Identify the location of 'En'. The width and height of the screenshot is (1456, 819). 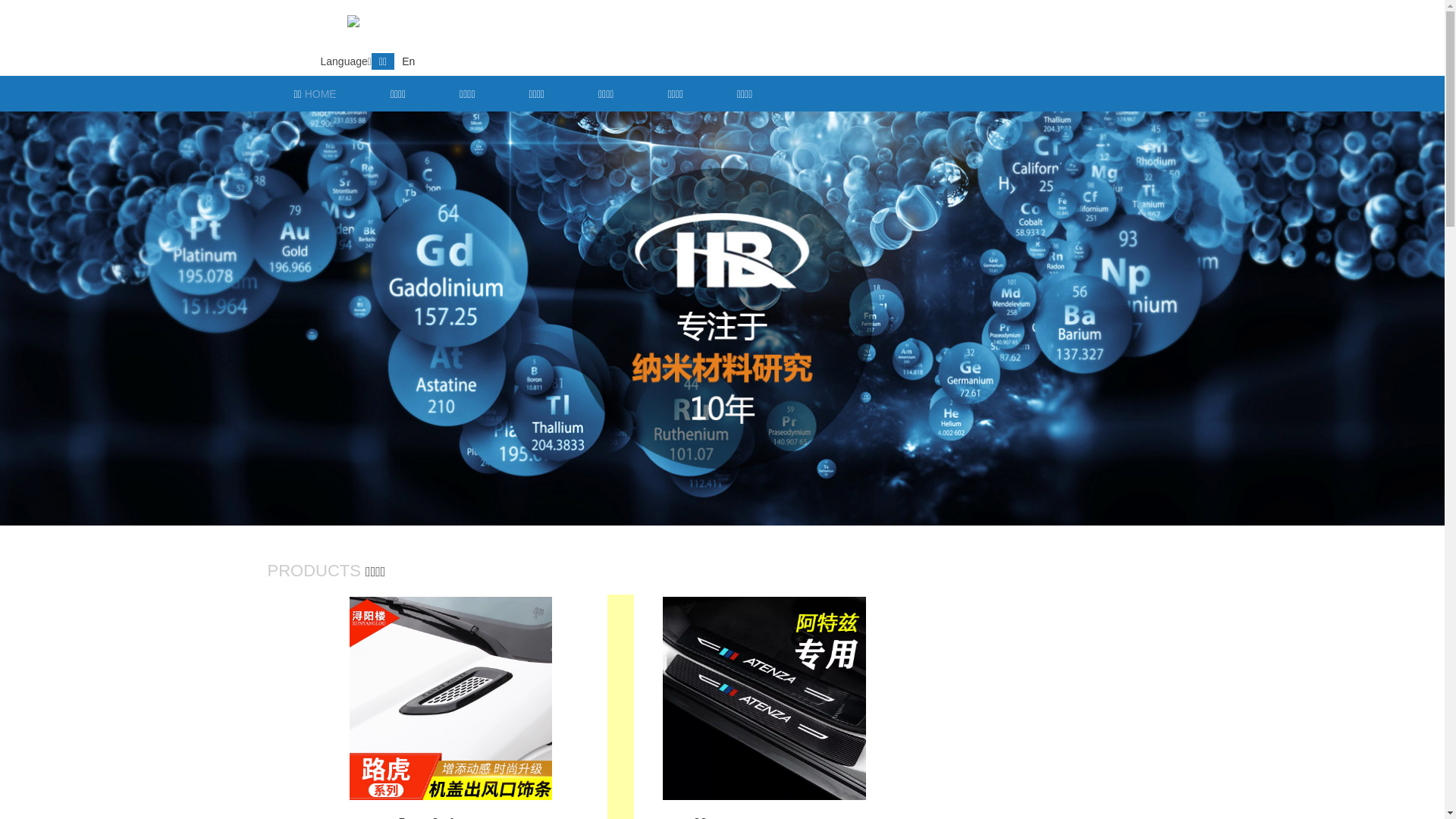
(408, 61).